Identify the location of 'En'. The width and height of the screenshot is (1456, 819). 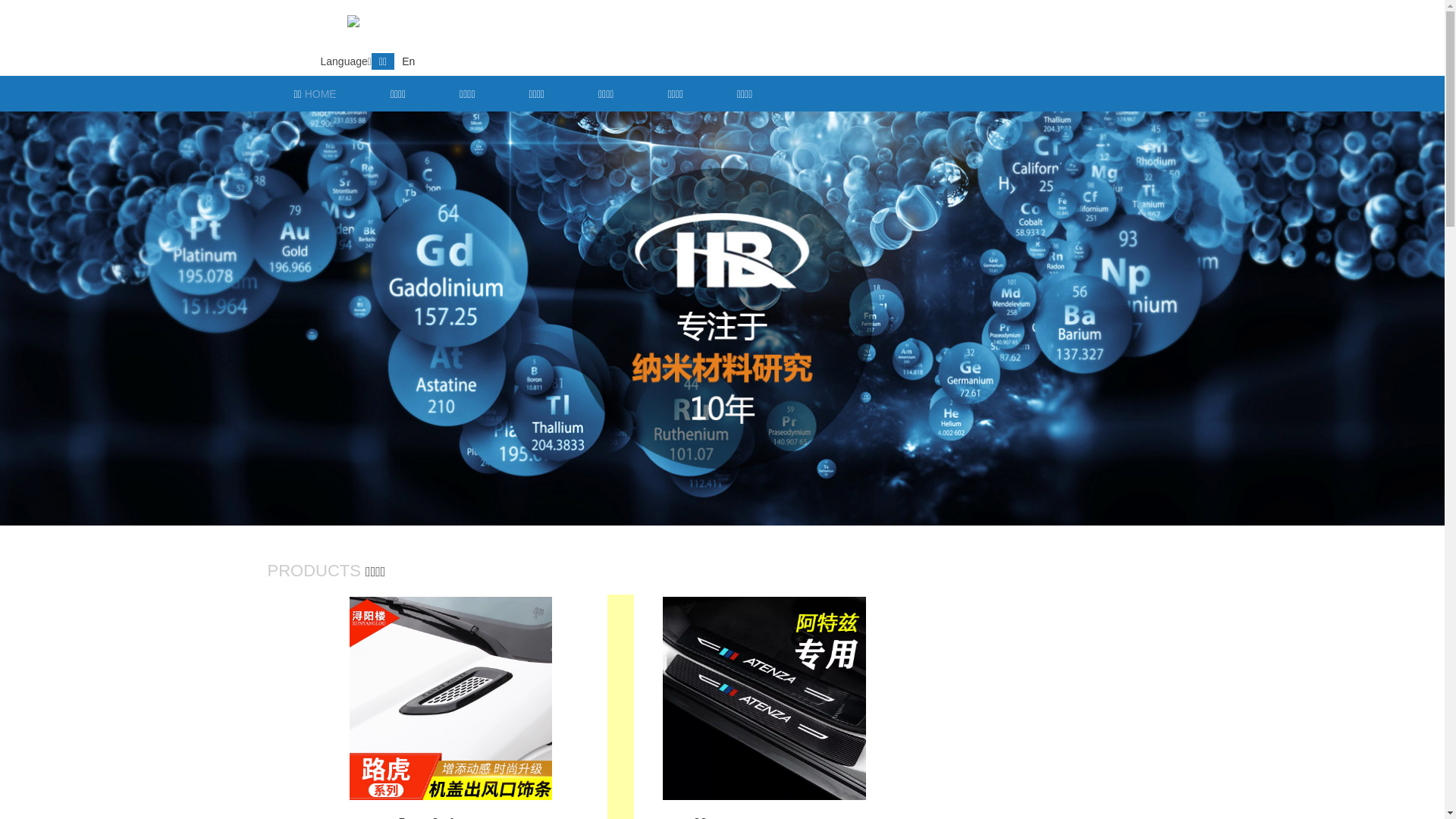
(408, 61).